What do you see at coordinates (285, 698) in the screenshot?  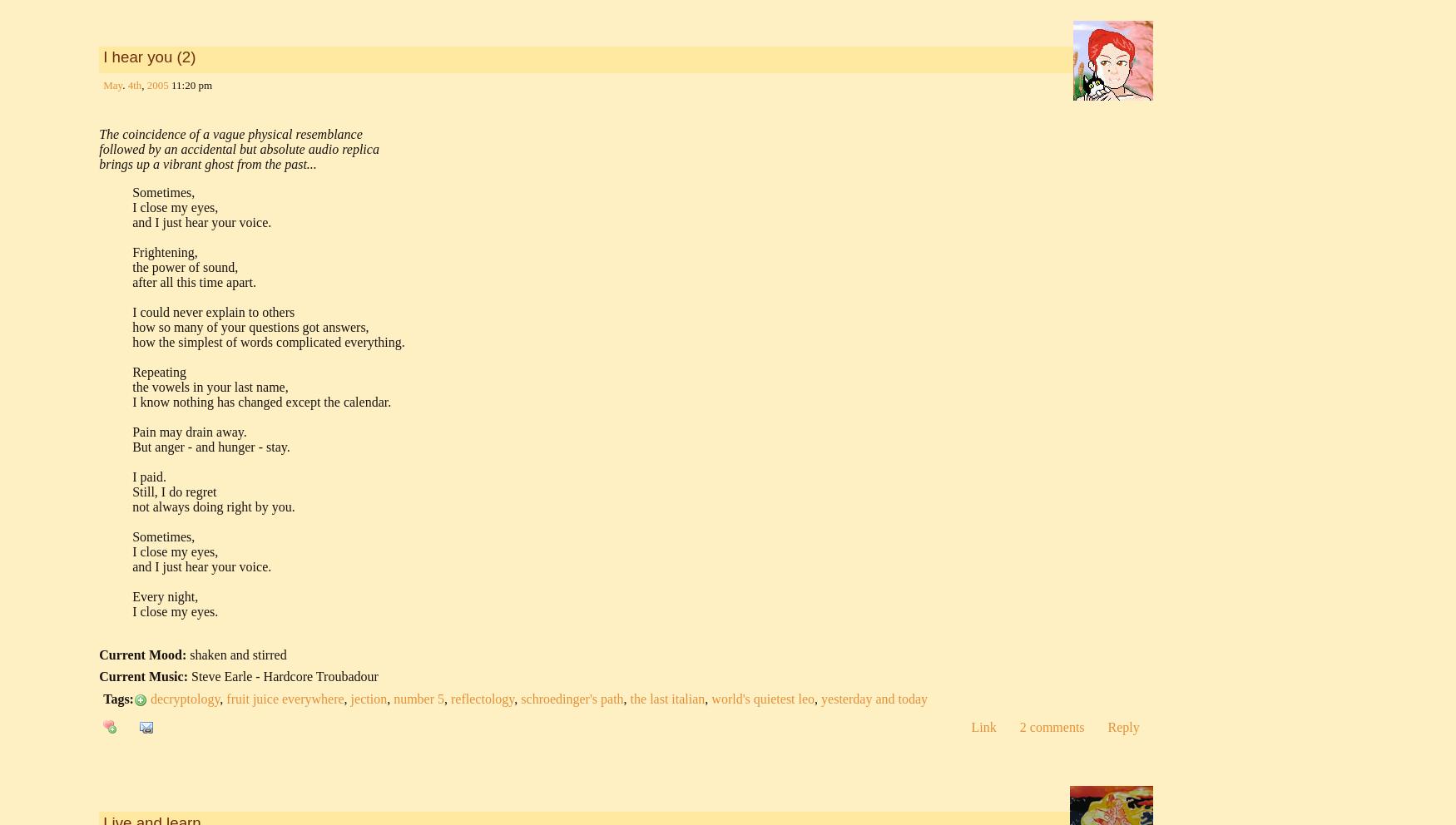 I see `'fruit juice everywhere'` at bounding box center [285, 698].